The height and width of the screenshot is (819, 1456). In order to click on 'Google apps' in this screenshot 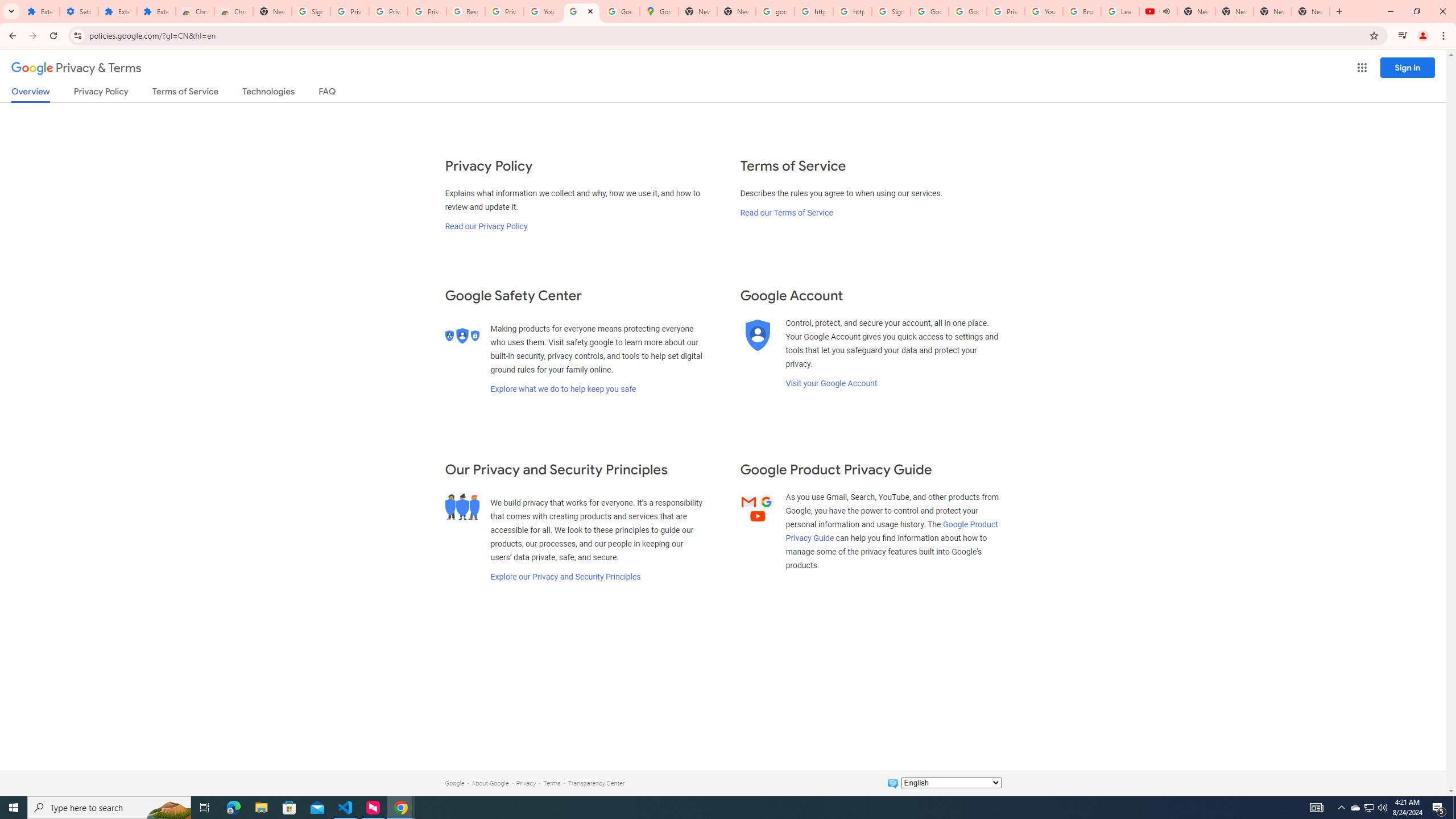, I will do `click(1361, 67)`.